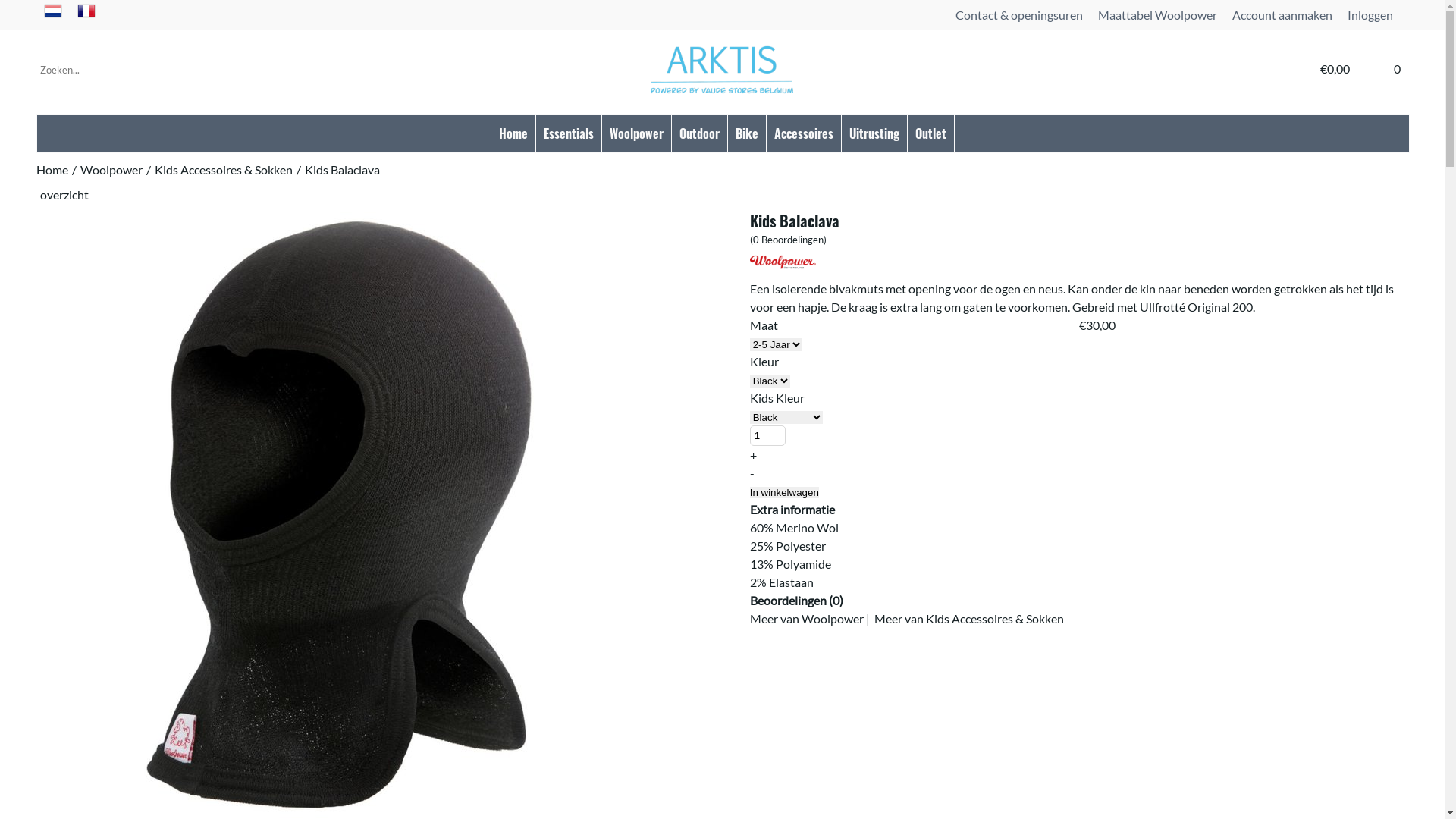 The width and height of the screenshot is (1456, 819). Describe the element at coordinates (1019, 14) in the screenshot. I see `'Contact & openingsuren'` at that location.